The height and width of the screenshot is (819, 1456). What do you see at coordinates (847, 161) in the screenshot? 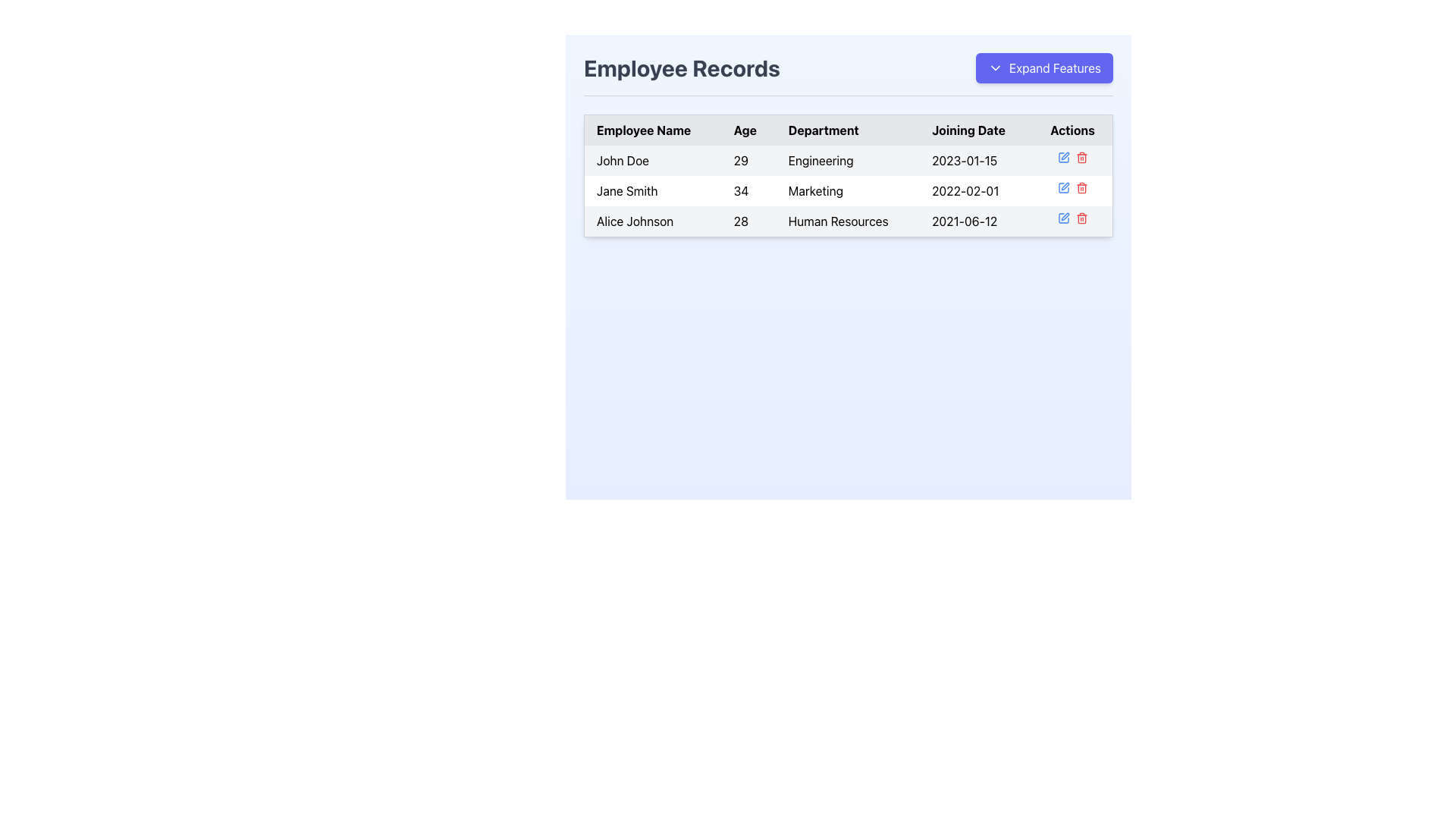
I see `the first table row representing the employee 'John Doe'` at bounding box center [847, 161].